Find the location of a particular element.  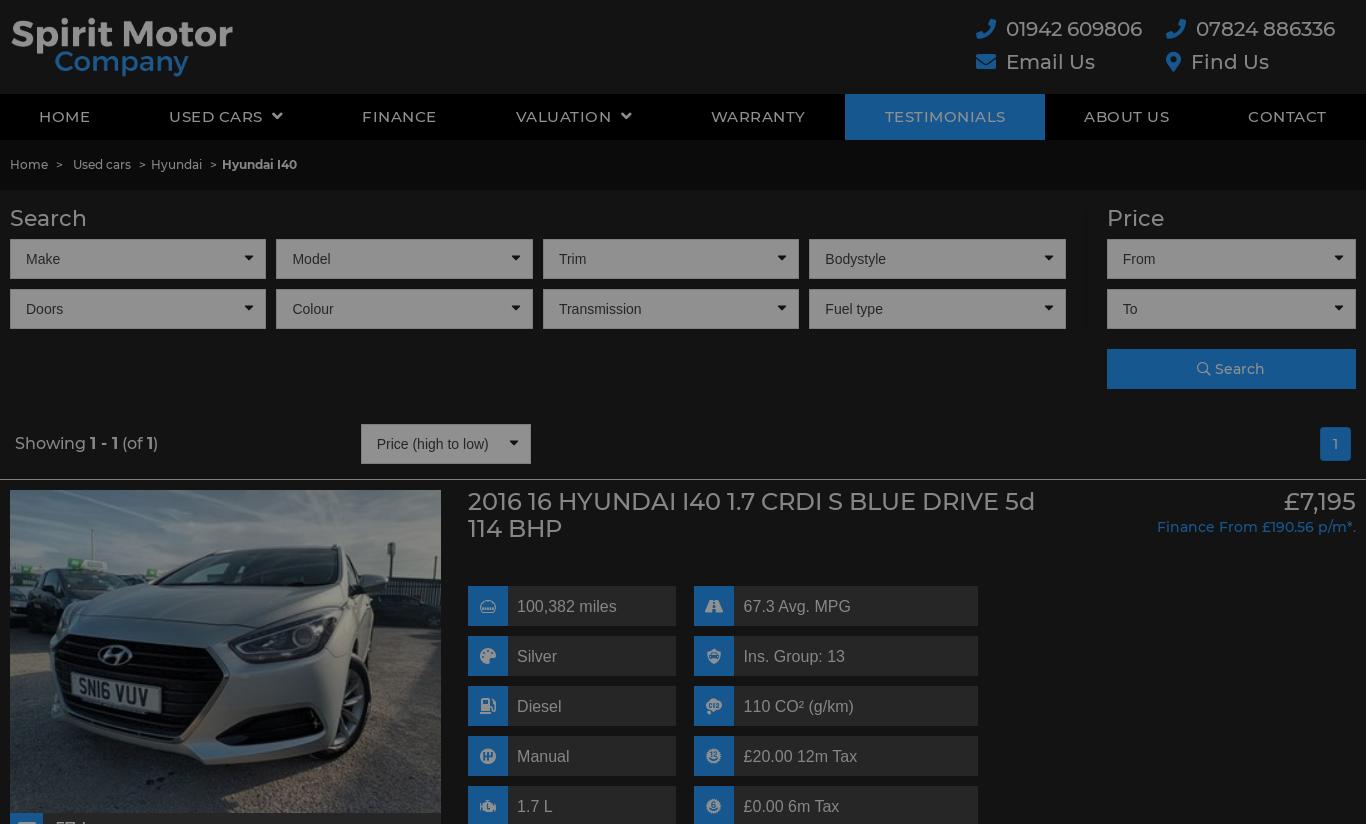

'Used Cars' is located at coordinates (167, 116).